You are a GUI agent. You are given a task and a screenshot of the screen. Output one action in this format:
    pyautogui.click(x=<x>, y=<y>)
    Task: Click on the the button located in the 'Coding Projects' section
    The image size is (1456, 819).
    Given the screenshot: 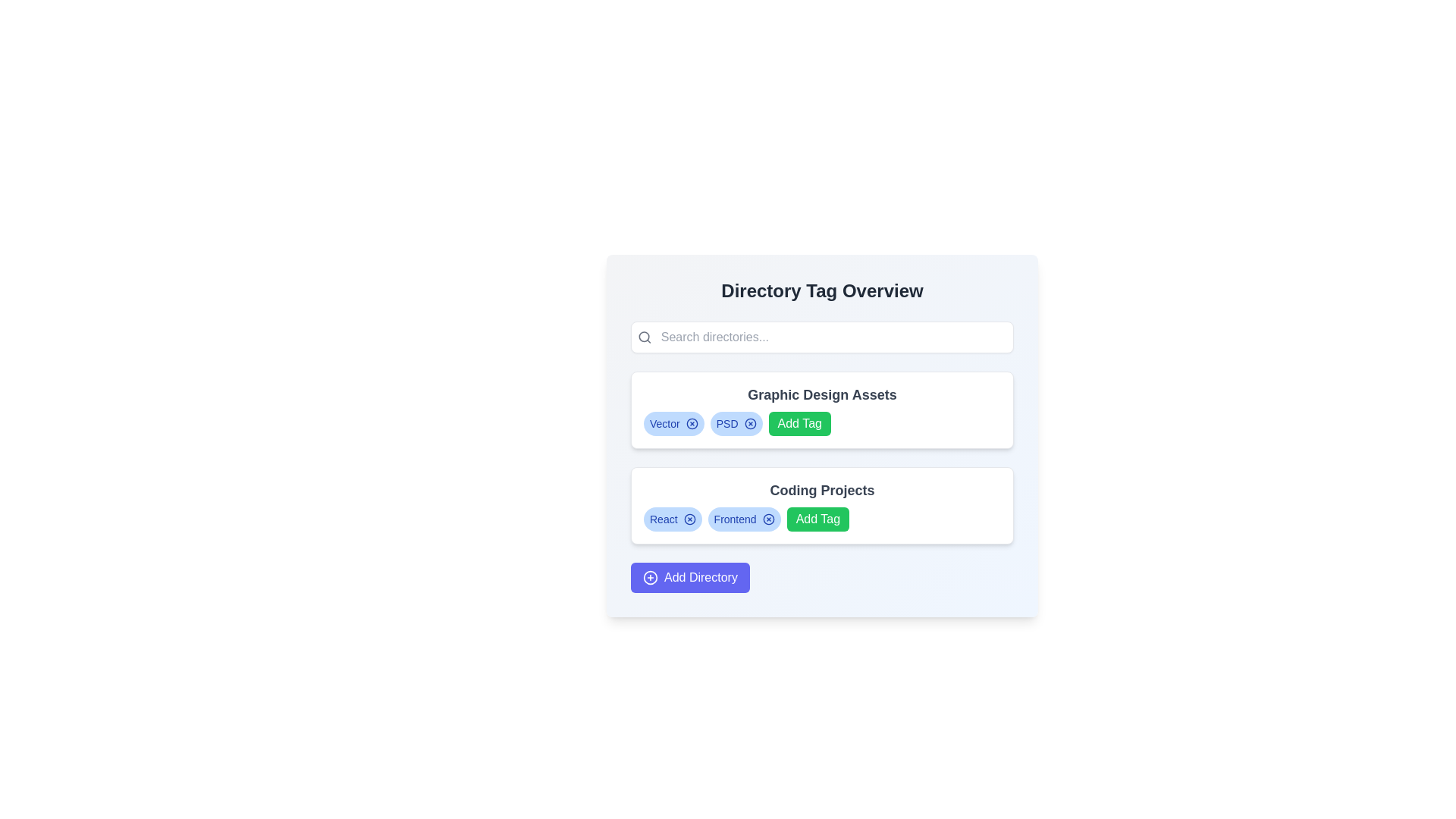 What is the action you would take?
    pyautogui.click(x=821, y=519)
    